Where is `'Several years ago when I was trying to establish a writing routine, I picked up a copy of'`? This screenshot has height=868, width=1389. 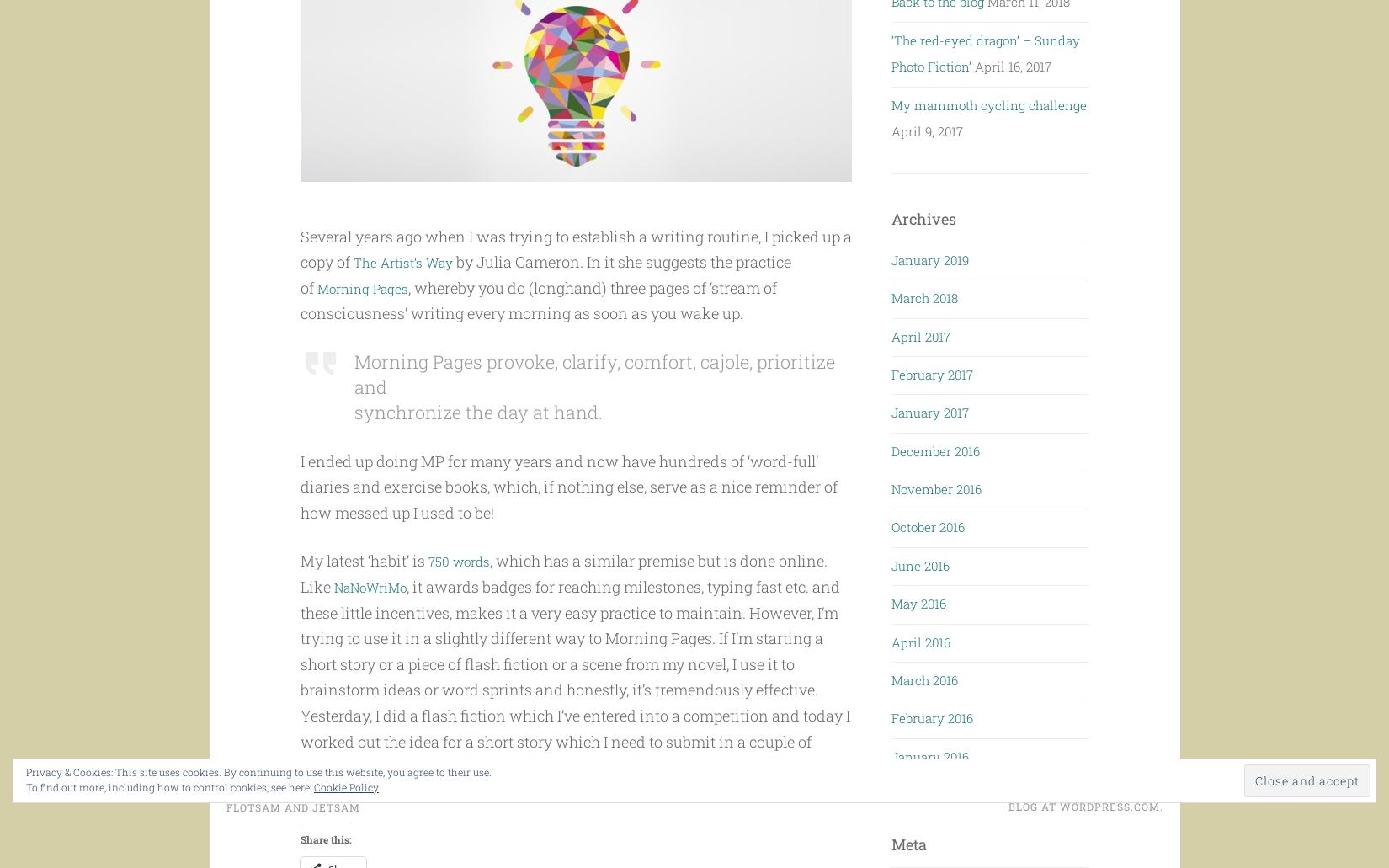 'Several years ago when I was trying to establish a writing routine, I picked up a copy of' is located at coordinates (574, 280).